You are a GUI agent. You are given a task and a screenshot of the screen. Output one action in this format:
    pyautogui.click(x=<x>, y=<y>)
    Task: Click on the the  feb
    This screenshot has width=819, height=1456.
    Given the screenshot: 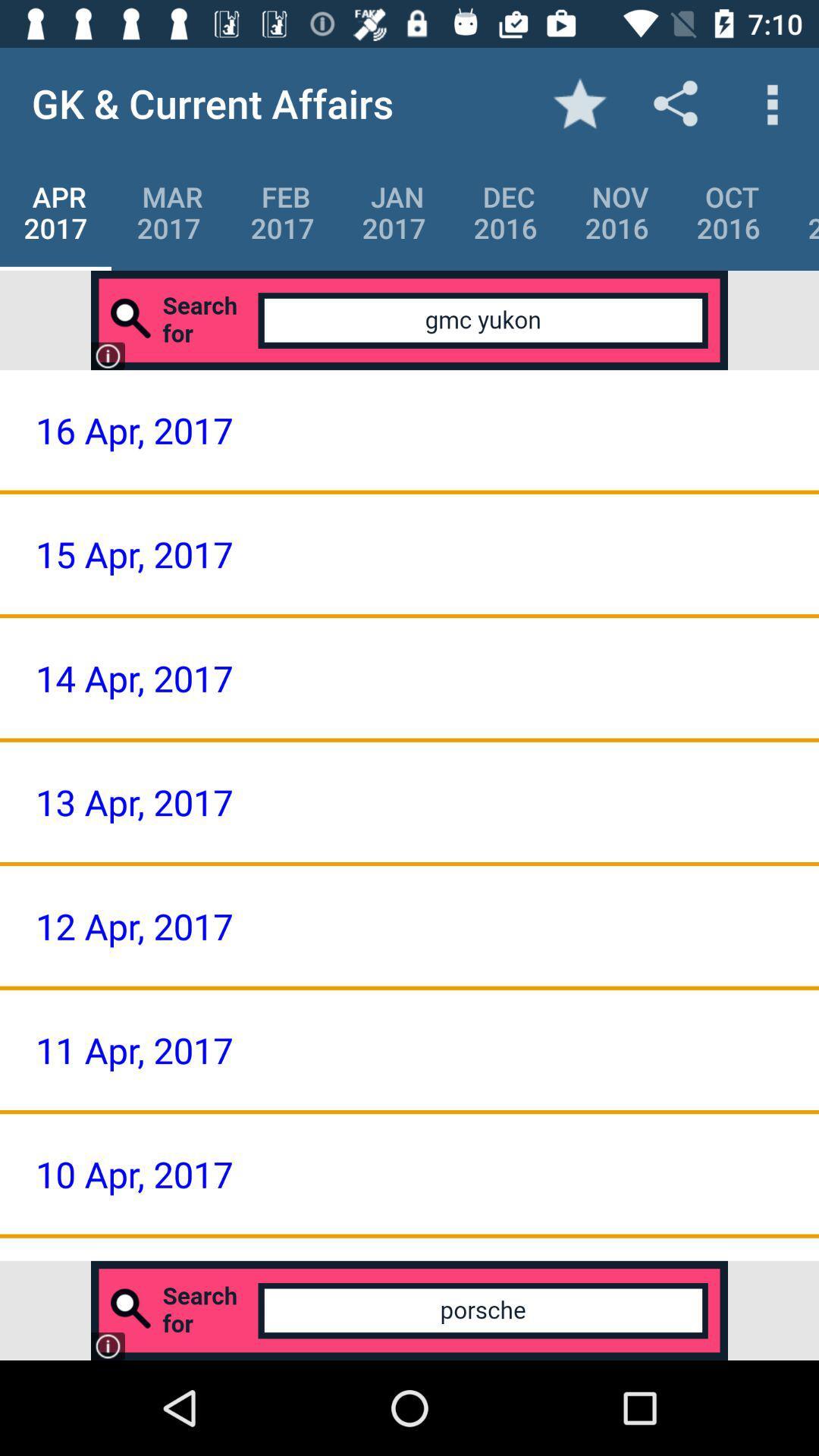 What is the action you would take?
    pyautogui.click(x=282, y=212)
    